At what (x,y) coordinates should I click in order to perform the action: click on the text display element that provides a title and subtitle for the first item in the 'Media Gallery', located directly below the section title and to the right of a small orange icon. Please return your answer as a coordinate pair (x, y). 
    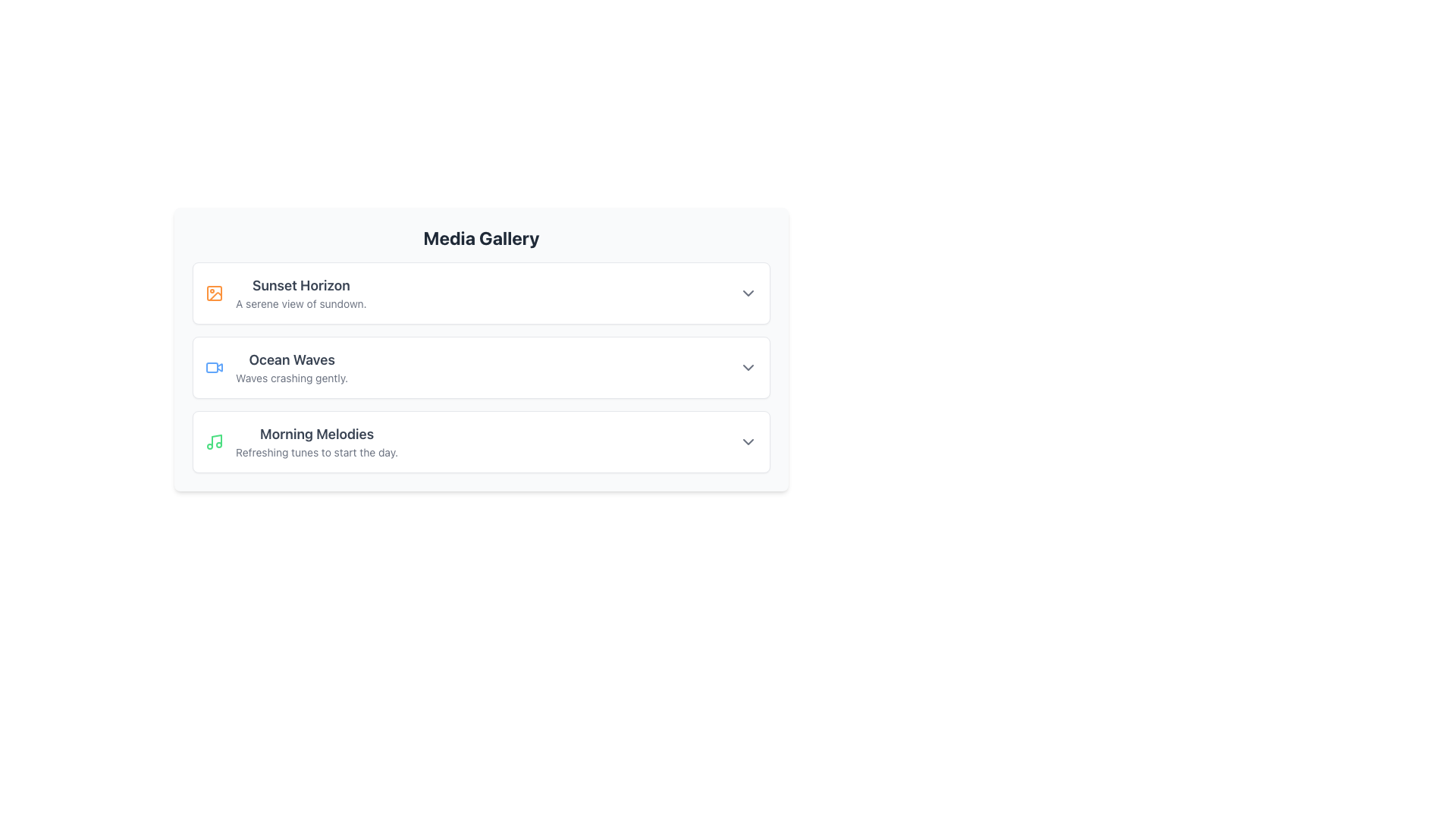
    Looking at the image, I should click on (301, 293).